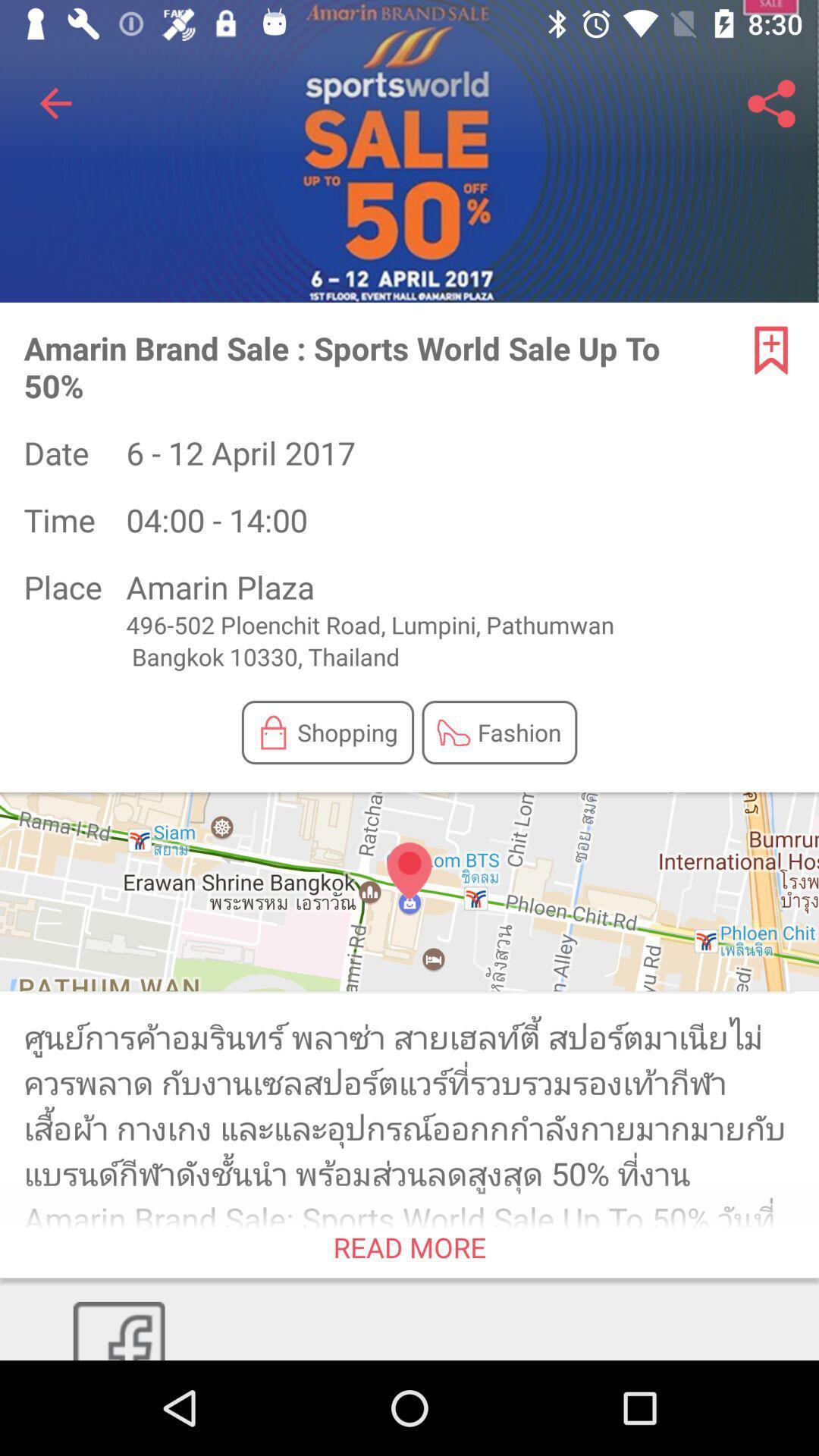 Image resolution: width=819 pixels, height=1456 pixels. I want to click on the bookmark icon, so click(771, 349).